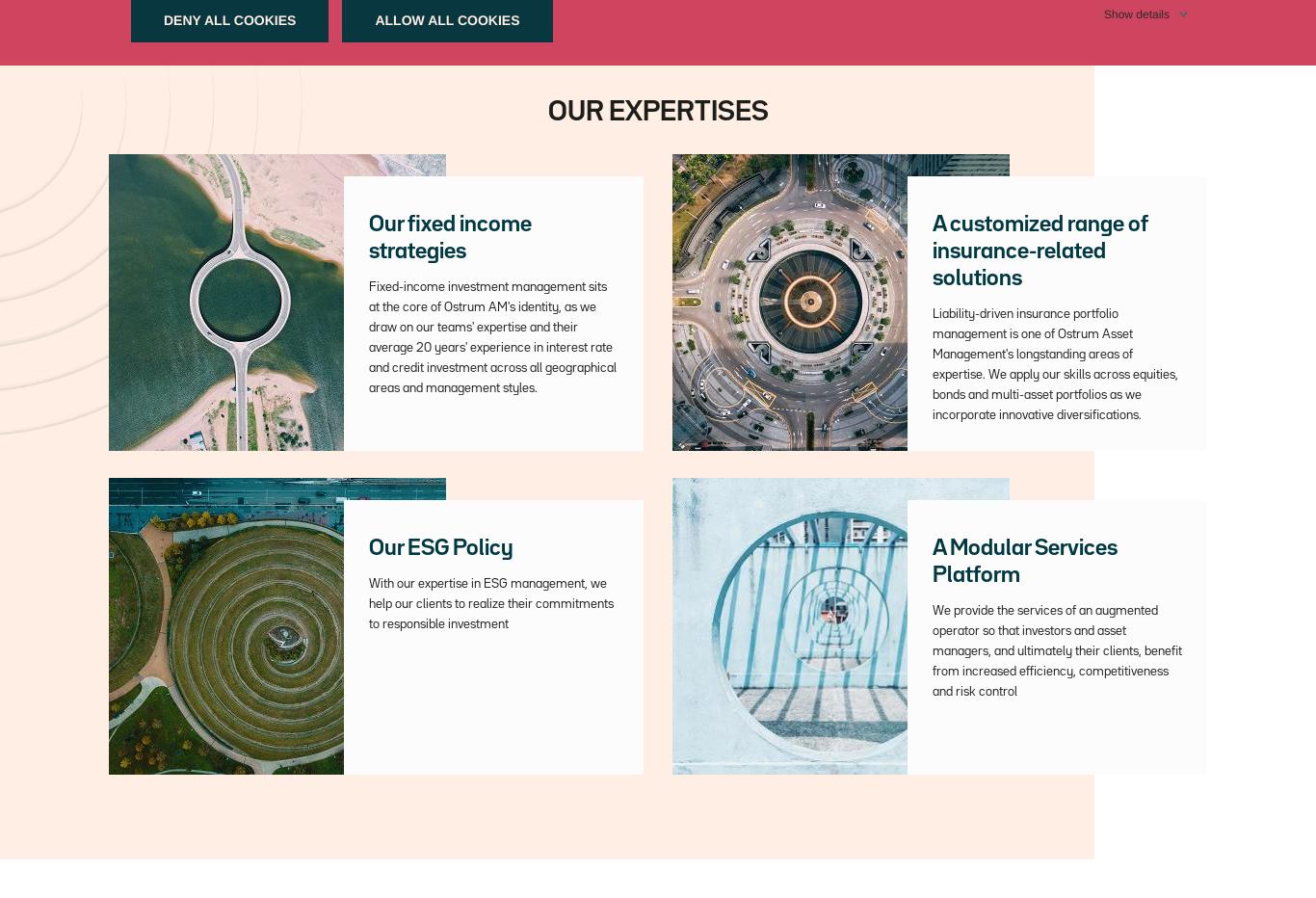  What do you see at coordinates (229, 18) in the screenshot?
I see `'Deny all cookies'` at bounding box center [229, 18].